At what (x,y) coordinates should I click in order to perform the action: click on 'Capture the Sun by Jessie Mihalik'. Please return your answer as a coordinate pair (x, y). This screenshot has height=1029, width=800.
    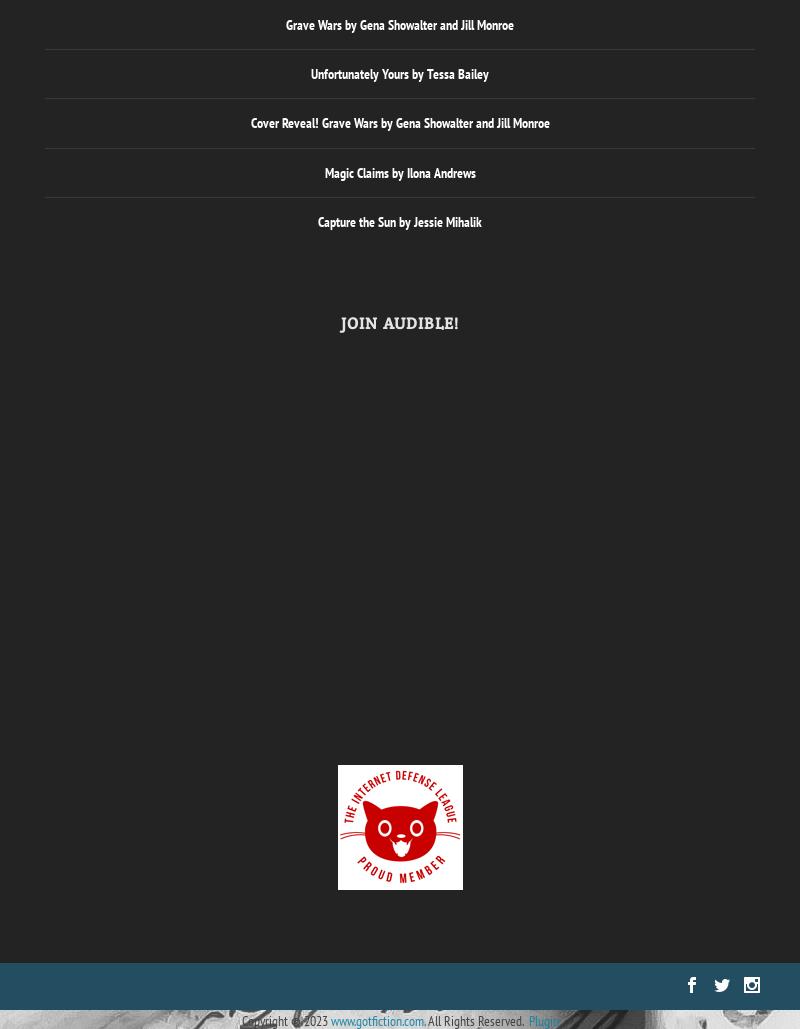
    Looking at the image, I should click on (317, 220).